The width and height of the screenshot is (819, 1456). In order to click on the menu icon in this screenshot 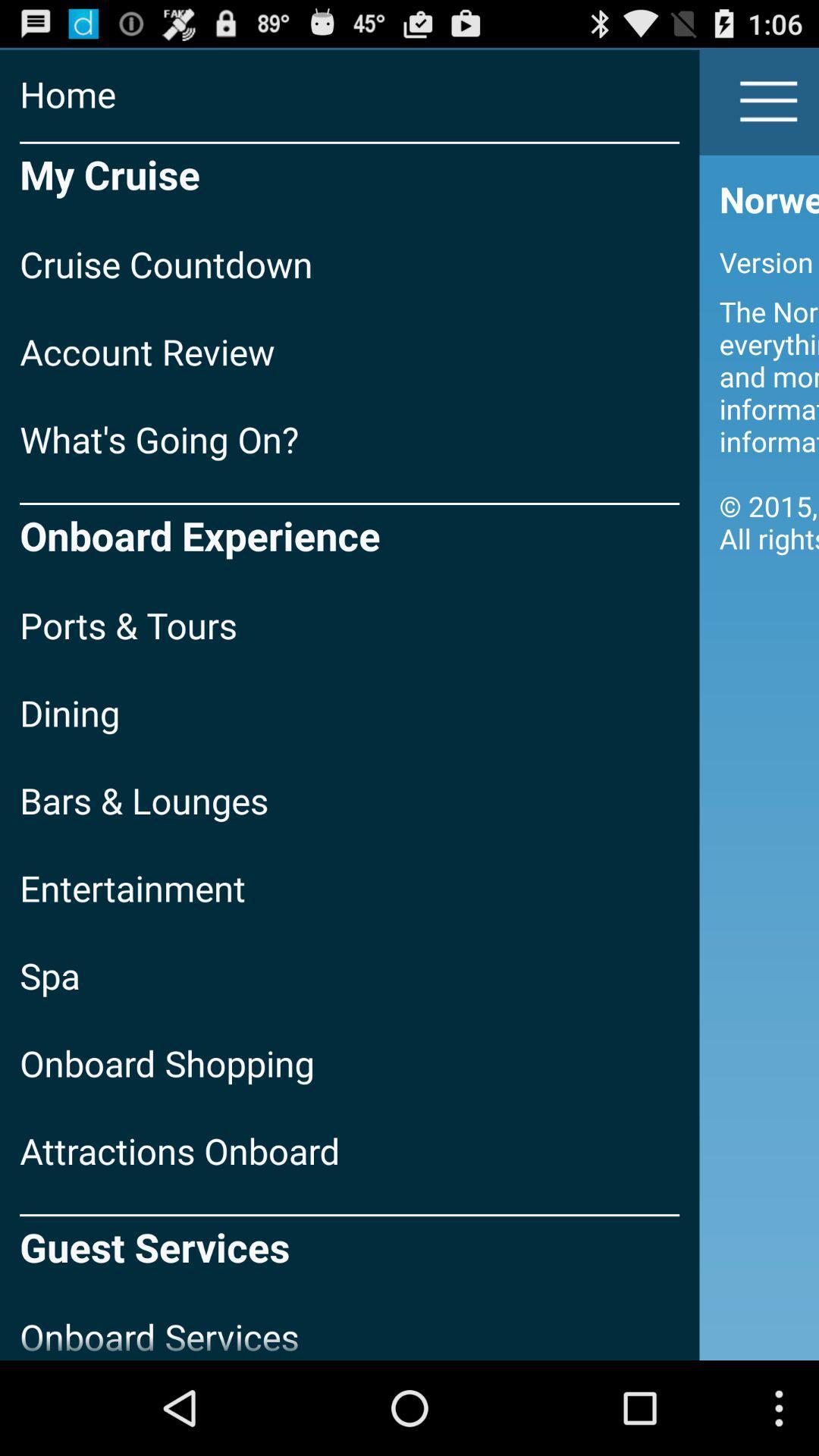, I will do `click(769, 108)`.